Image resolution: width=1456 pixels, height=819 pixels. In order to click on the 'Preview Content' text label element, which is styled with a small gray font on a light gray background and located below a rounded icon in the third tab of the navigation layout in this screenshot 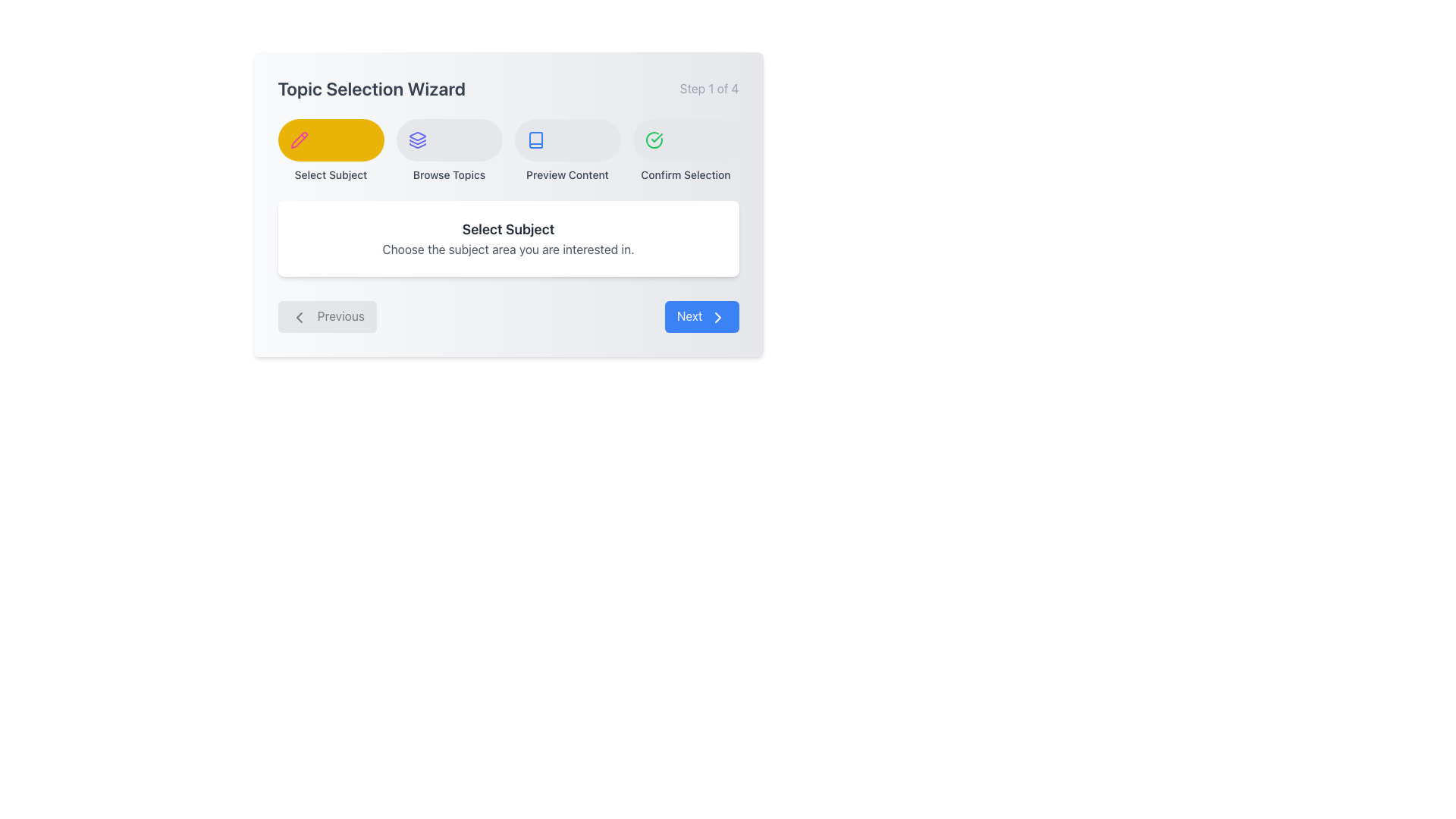, I will do `click(566, 174)`.